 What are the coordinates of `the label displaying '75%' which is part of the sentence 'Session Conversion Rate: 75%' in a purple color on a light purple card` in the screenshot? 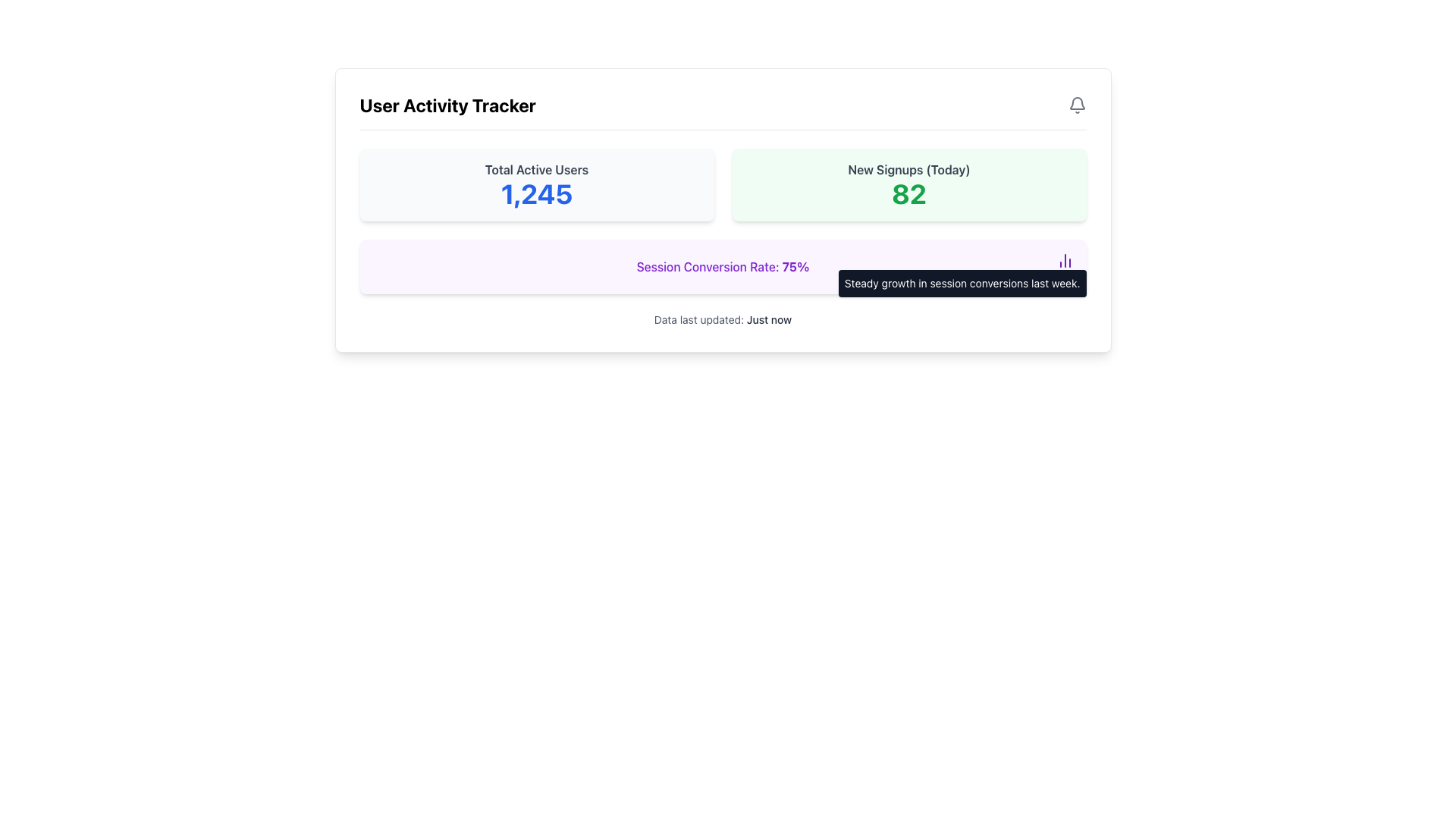 It's located at (795, 265).